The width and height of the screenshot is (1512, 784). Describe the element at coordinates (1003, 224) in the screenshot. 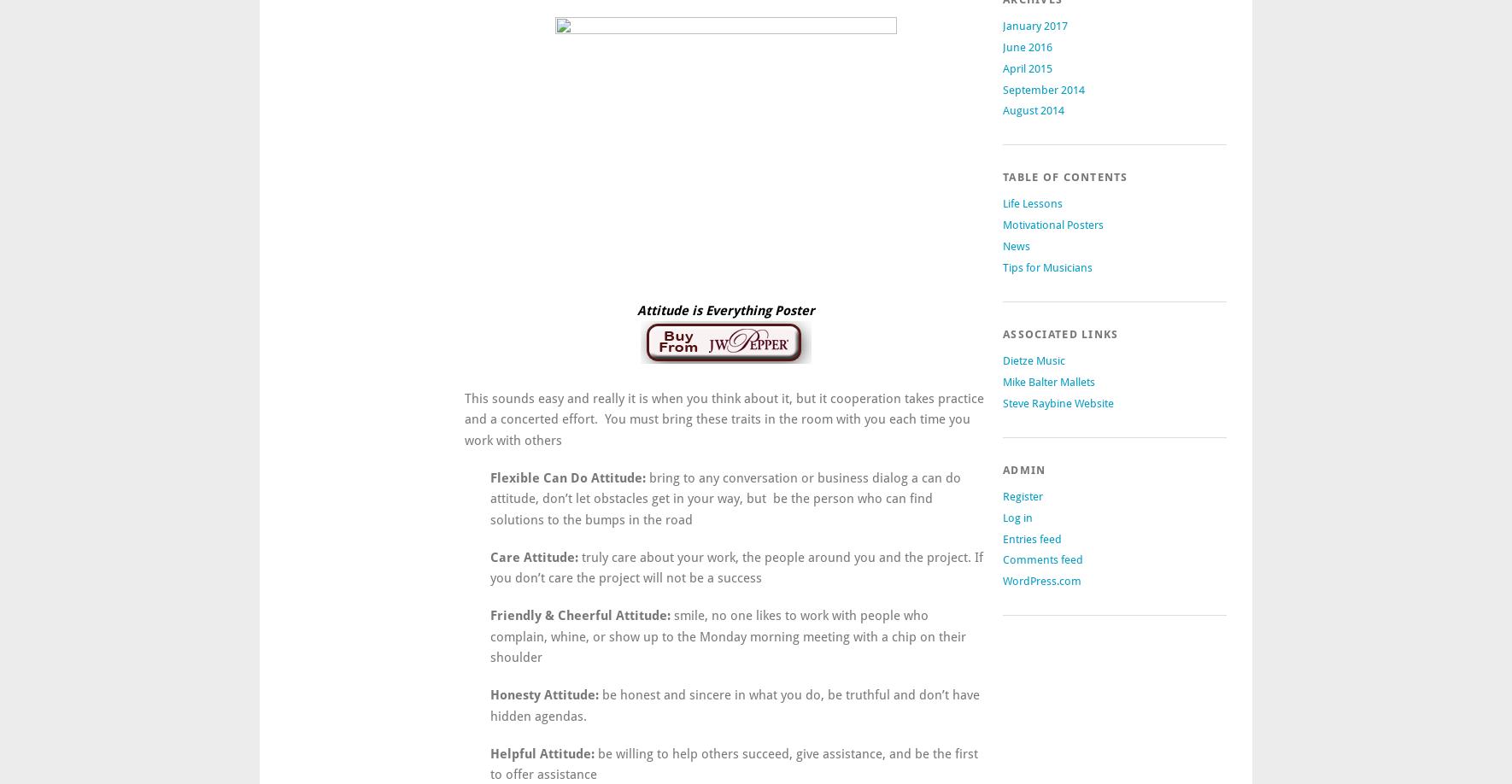

I see `'Motivational Posters'` at that location.